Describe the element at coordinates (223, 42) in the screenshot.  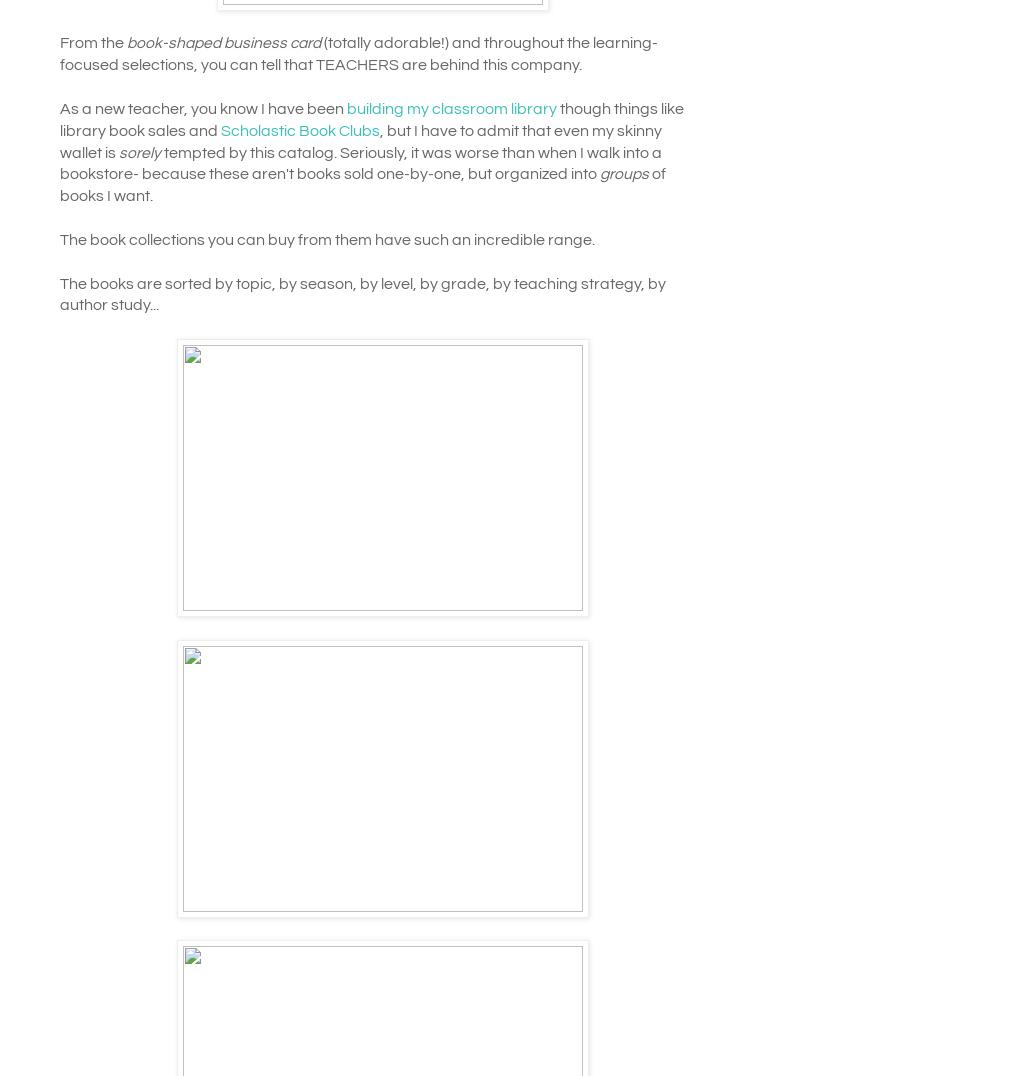
I see `'book-shaped business card'` at that location.